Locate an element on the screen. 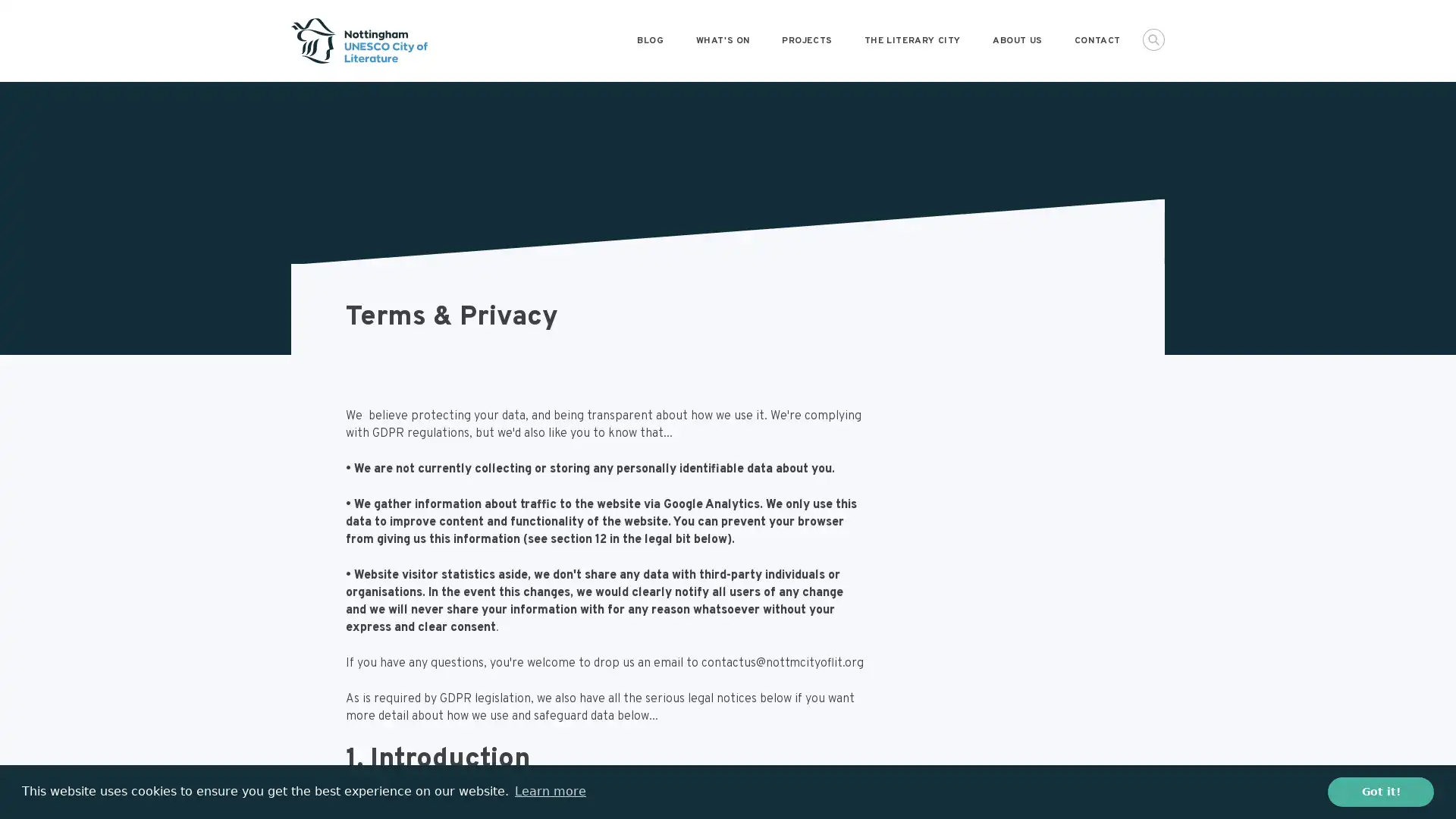 Image resolution: width=1456 pixels, height=819 pixels. learn more about cookies is located at coordinates (549, 791).